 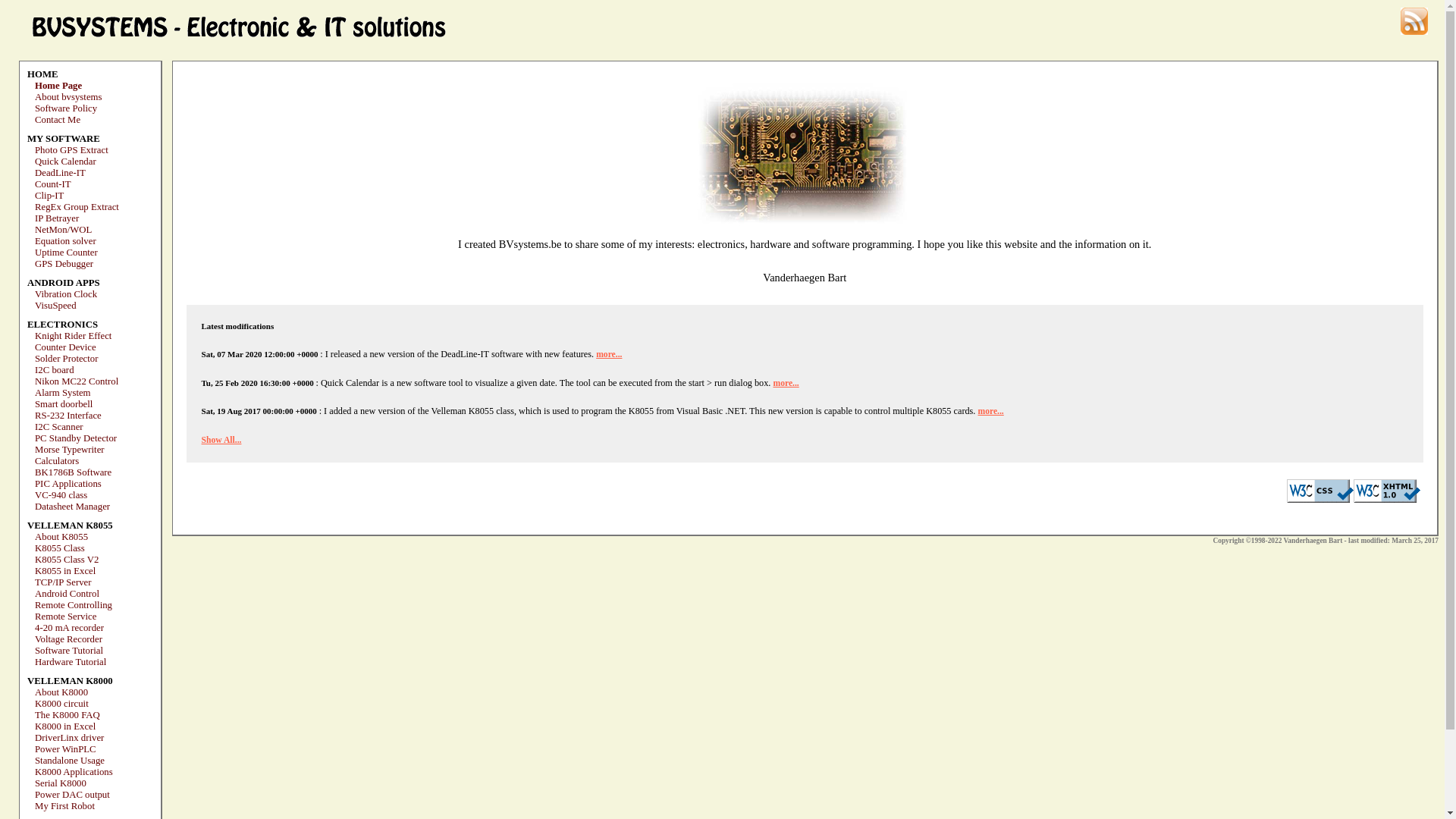 I want to click on 'more...', so click(x=786, y=382).